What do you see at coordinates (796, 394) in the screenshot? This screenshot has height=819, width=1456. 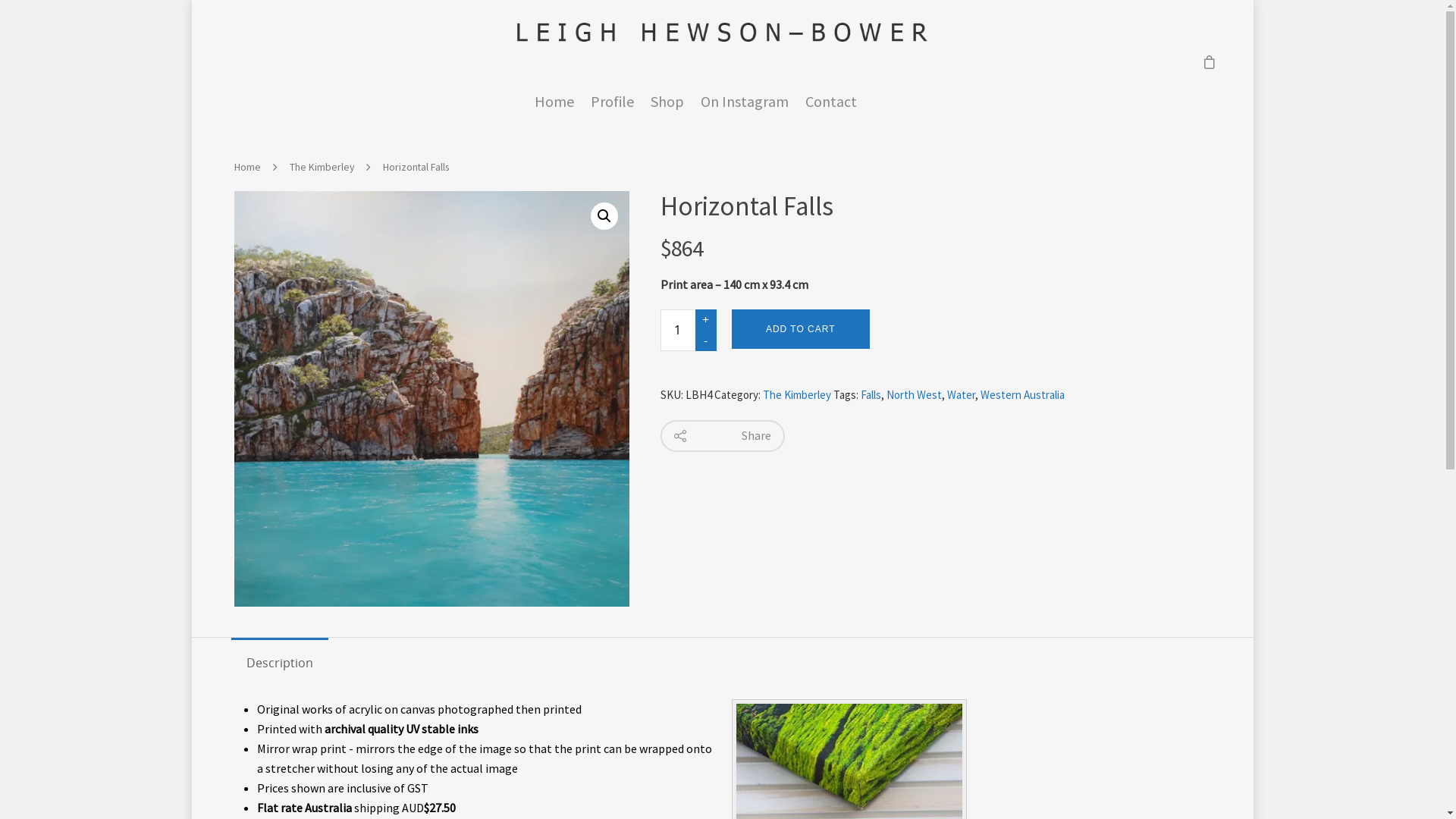 I see `'The Kimberley'` at bounding box center [796, 394].